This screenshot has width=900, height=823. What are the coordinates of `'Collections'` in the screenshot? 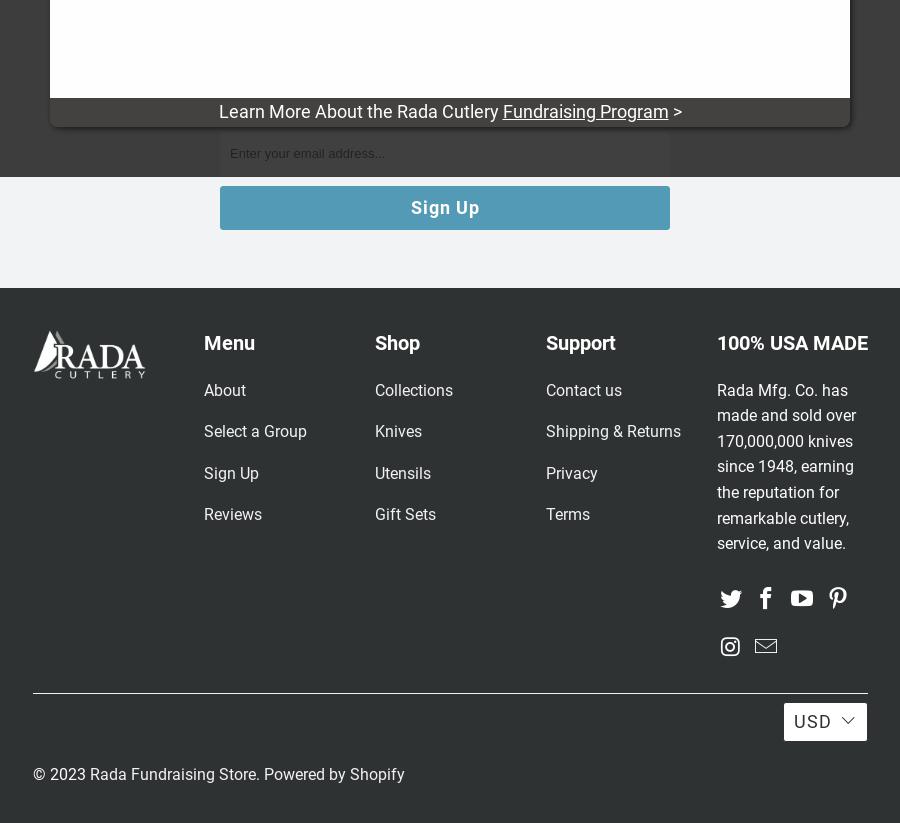 It's located at (413, 388).